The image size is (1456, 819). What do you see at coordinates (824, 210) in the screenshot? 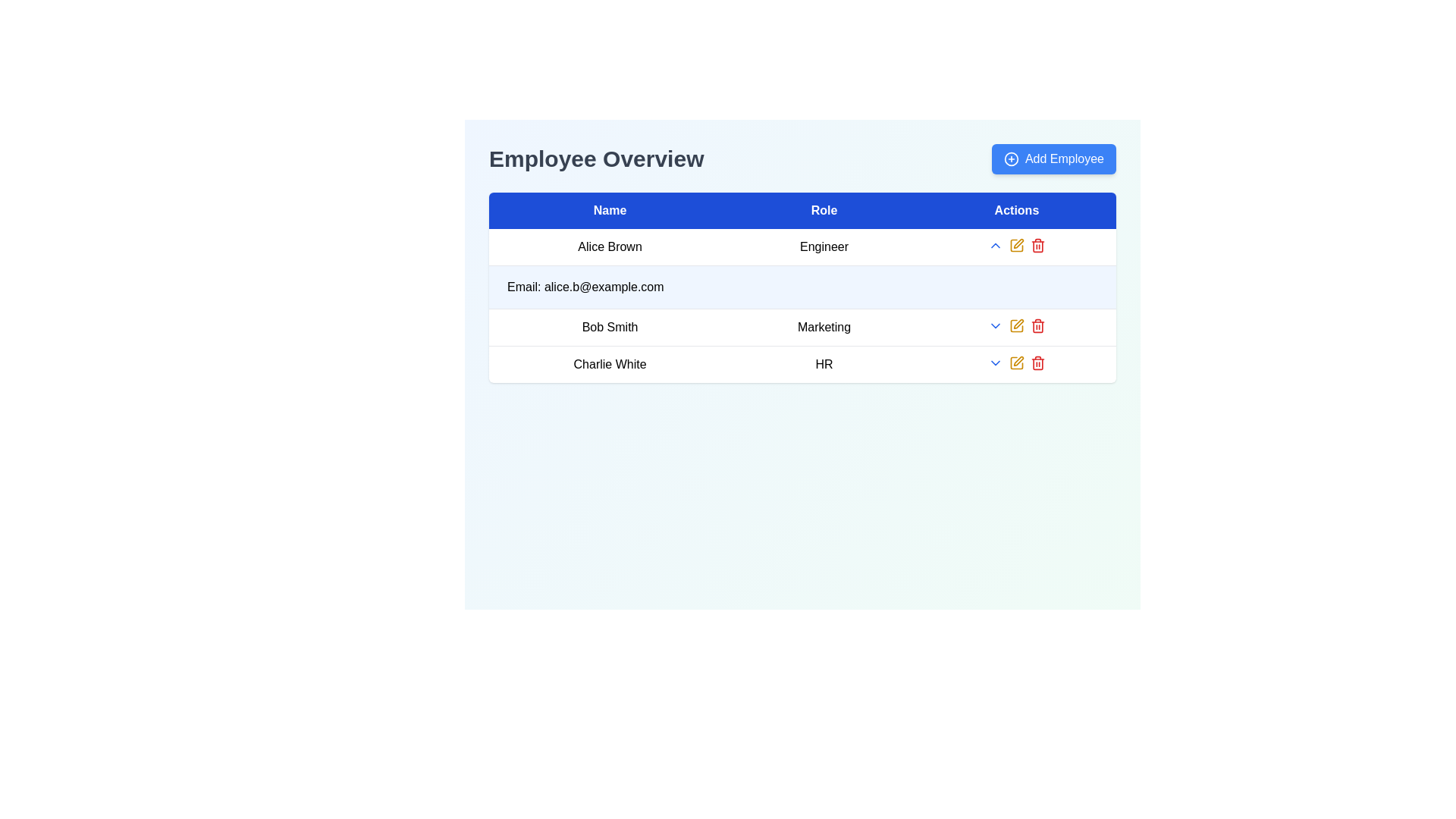
I see `the 'Role' text label, which is the second header in the table layout, displayed in white font on a blue background` at bounding box center [824, 210].